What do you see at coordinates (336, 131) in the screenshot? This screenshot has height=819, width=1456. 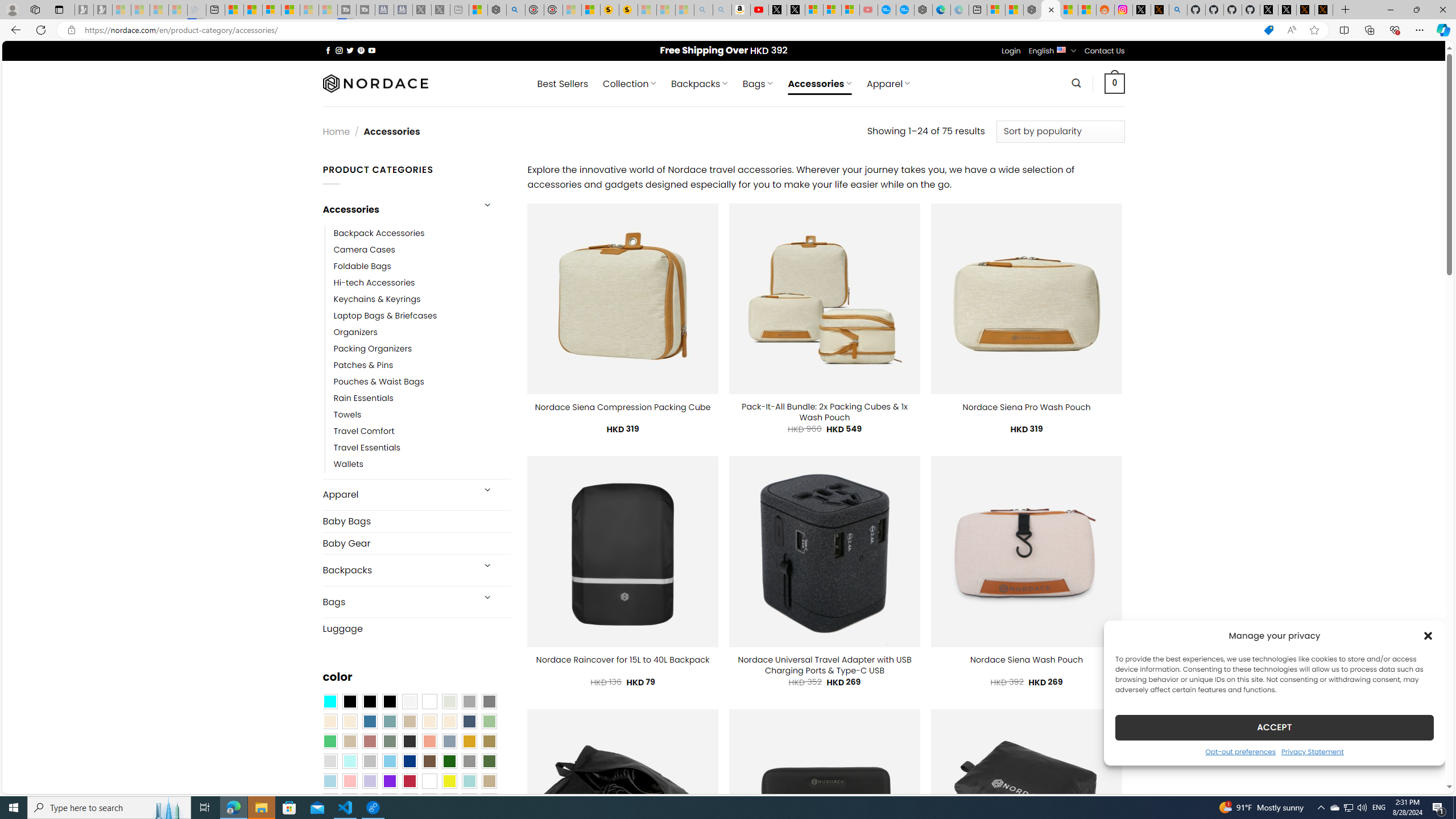 I see `'Home'` at bounding box center [336, 131].